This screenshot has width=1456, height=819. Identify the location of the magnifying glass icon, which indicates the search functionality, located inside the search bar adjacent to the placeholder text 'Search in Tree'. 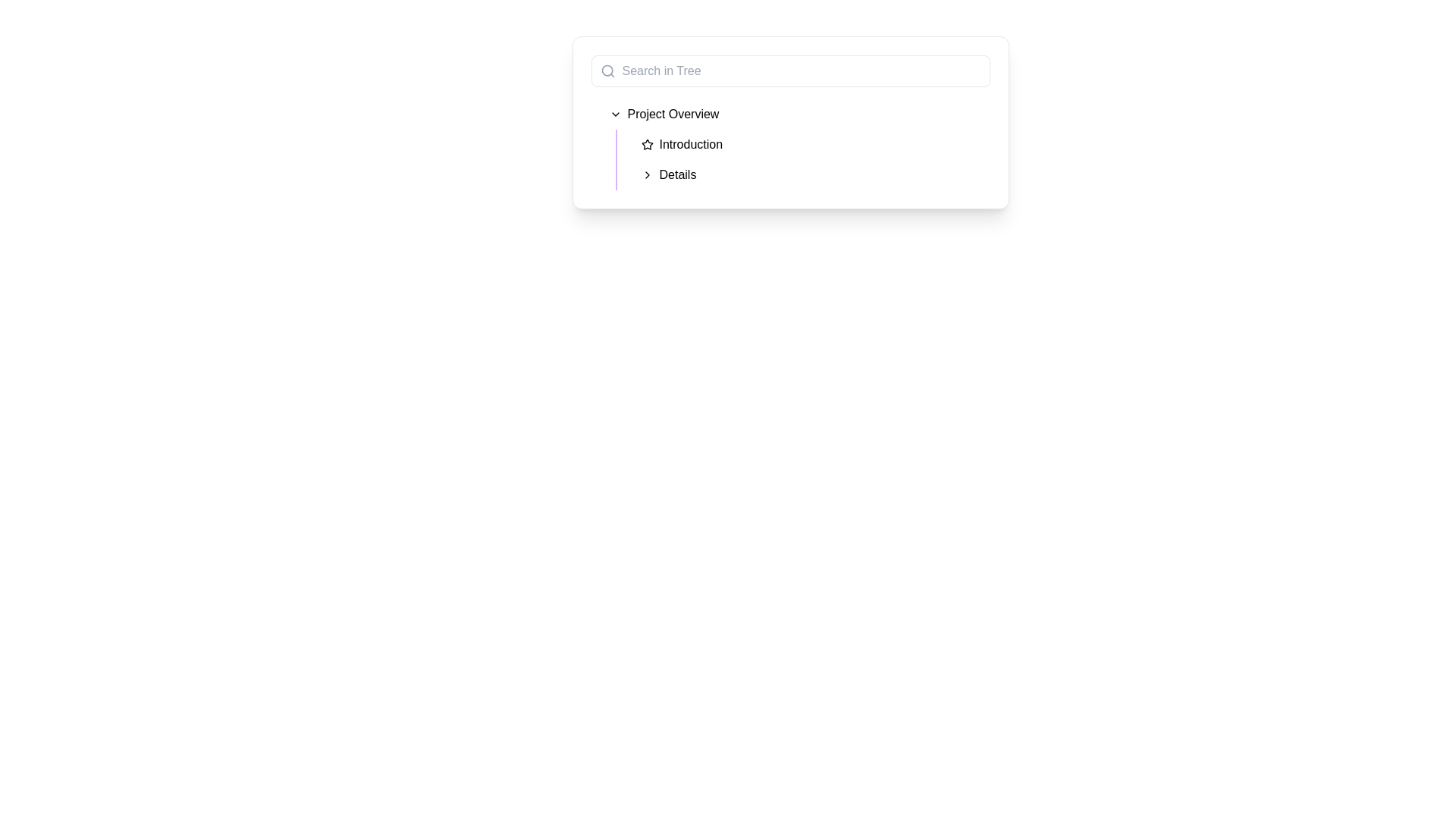
(607, 71).